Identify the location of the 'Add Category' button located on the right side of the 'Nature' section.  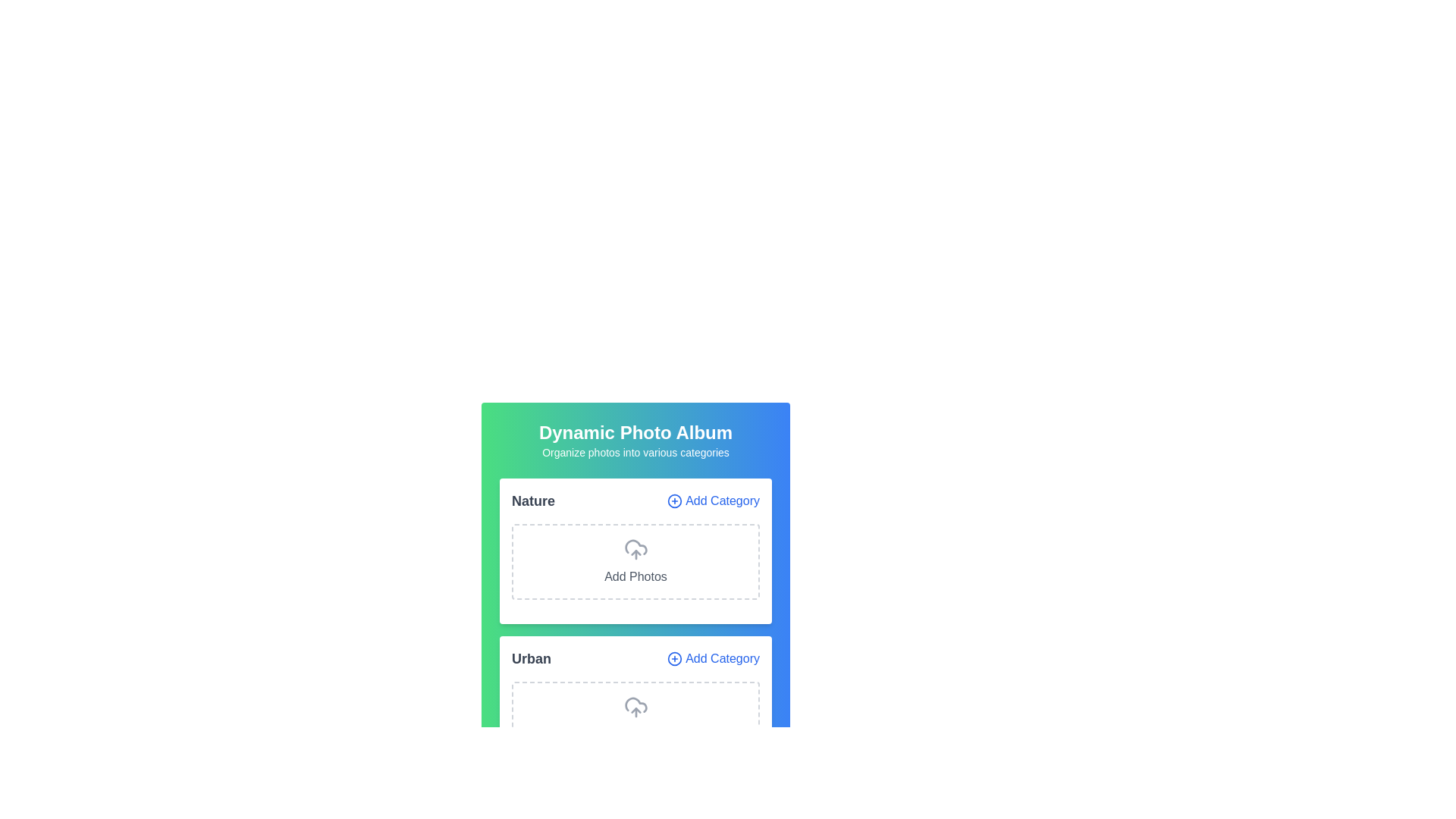
(712, 500).